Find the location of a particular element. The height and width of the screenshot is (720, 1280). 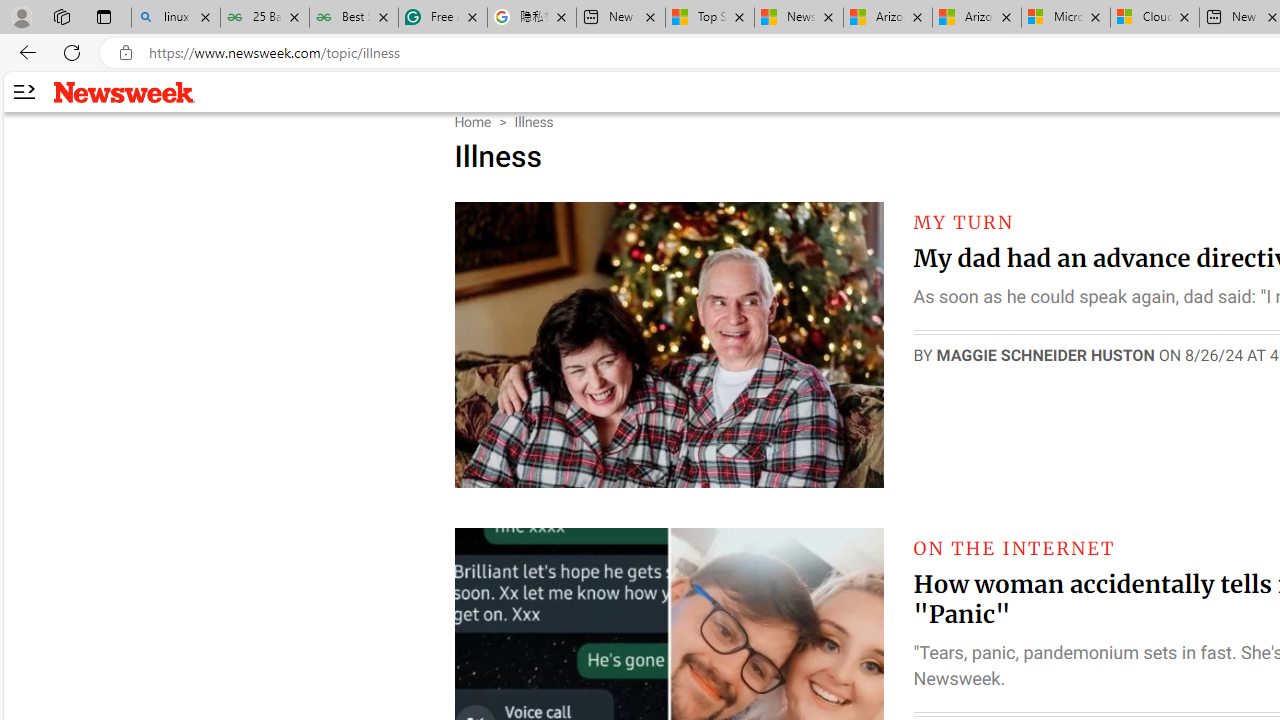

'MY TURN' is located at coordinates (963, 222).